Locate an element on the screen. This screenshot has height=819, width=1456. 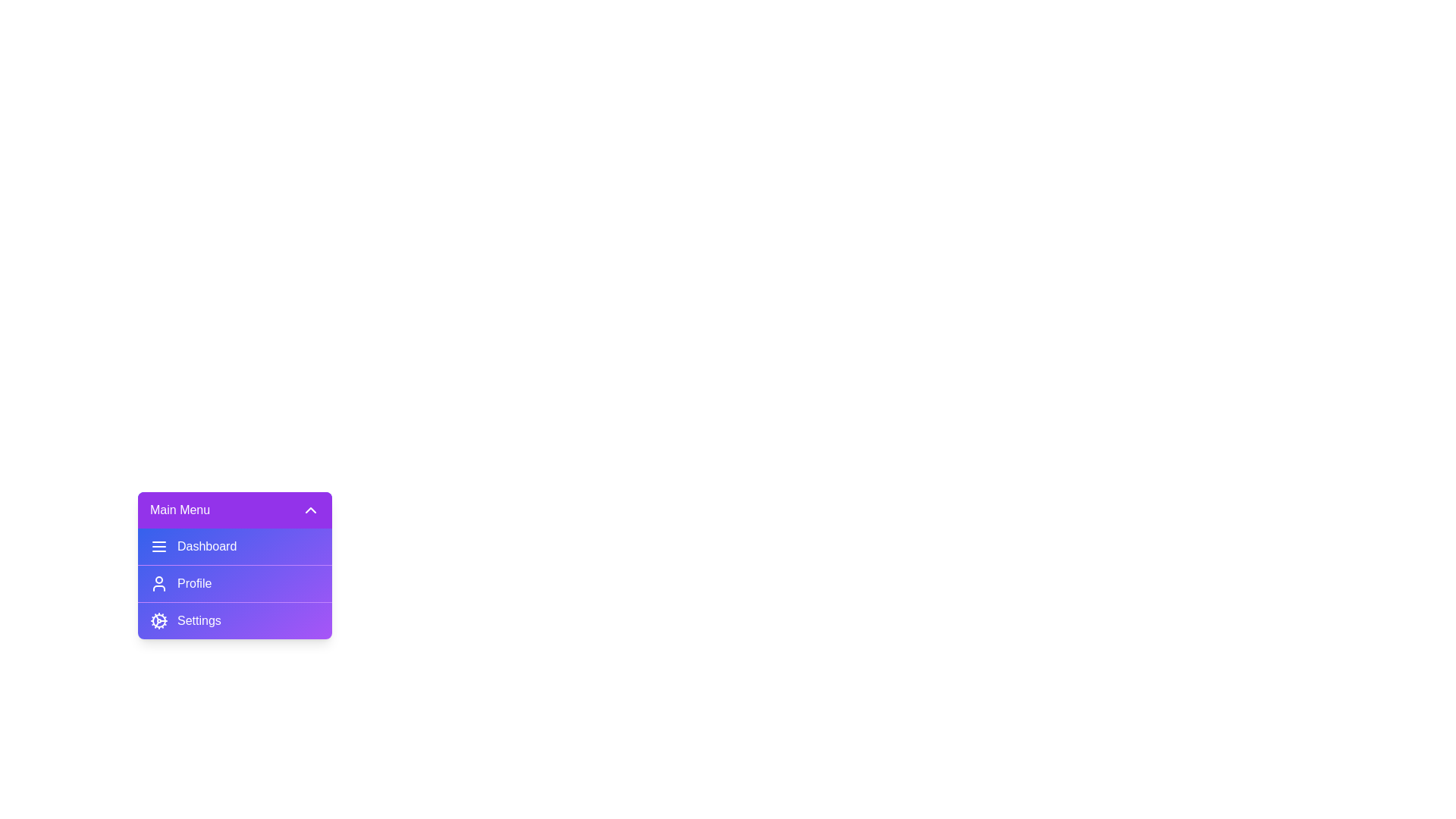
the 'Dashboard' menu icon located at the leftmost side of the 'Dashboard' menu row in the 'Main Menu' dropdown is located at coordinates (159, 547).